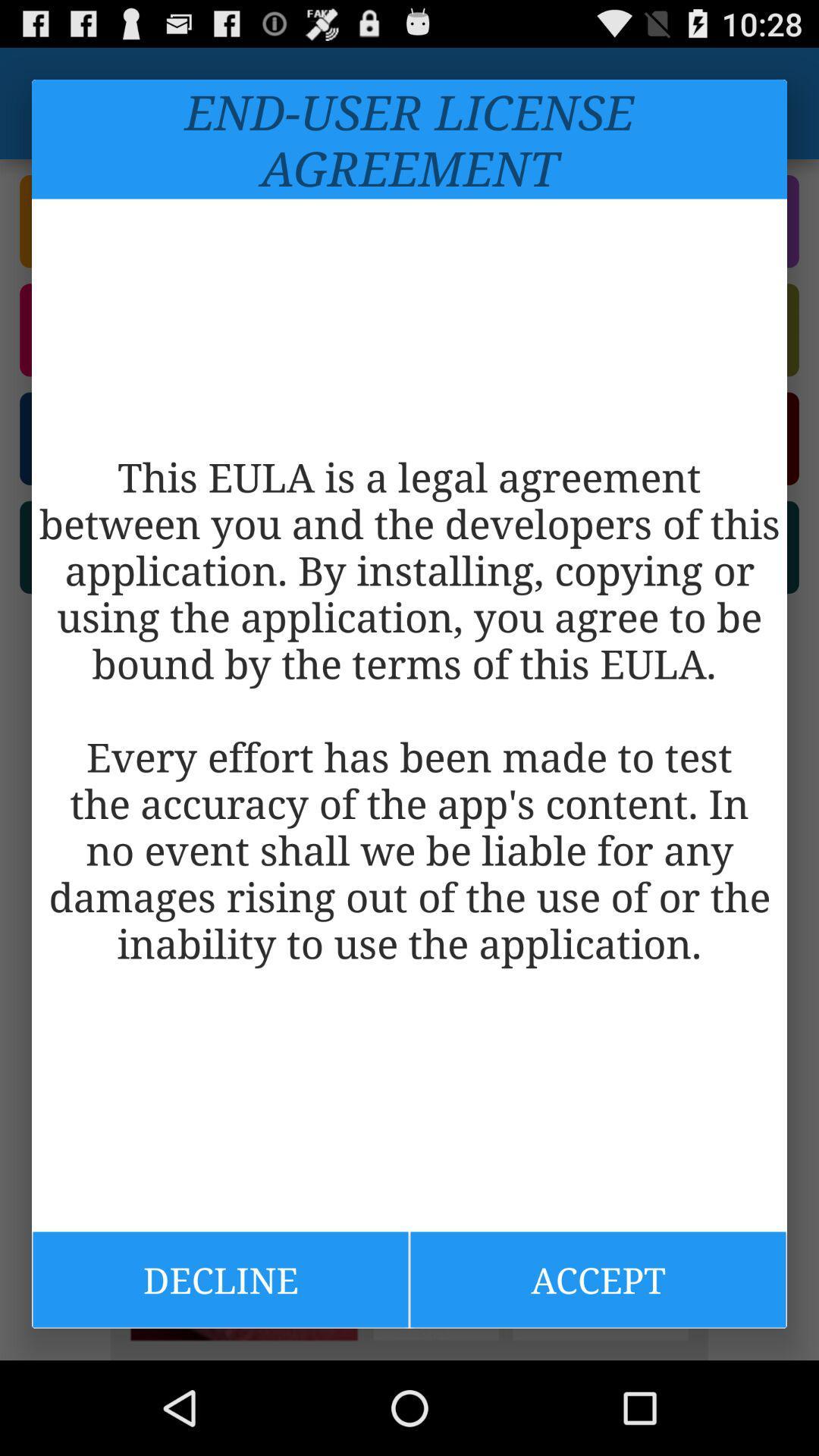 The height and width of the screenshot is (1456, 819). Describe the element at coordinates (598, 1279) in the screenshot. I see `the item below the this eula is icon` at that location.